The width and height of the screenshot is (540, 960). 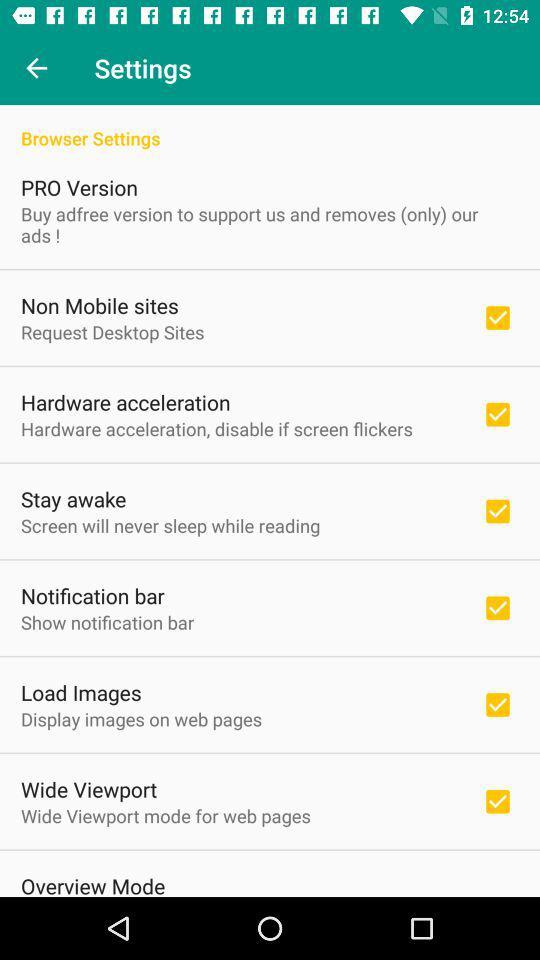 I want to click on display images on item, so click(x=140, y=719).